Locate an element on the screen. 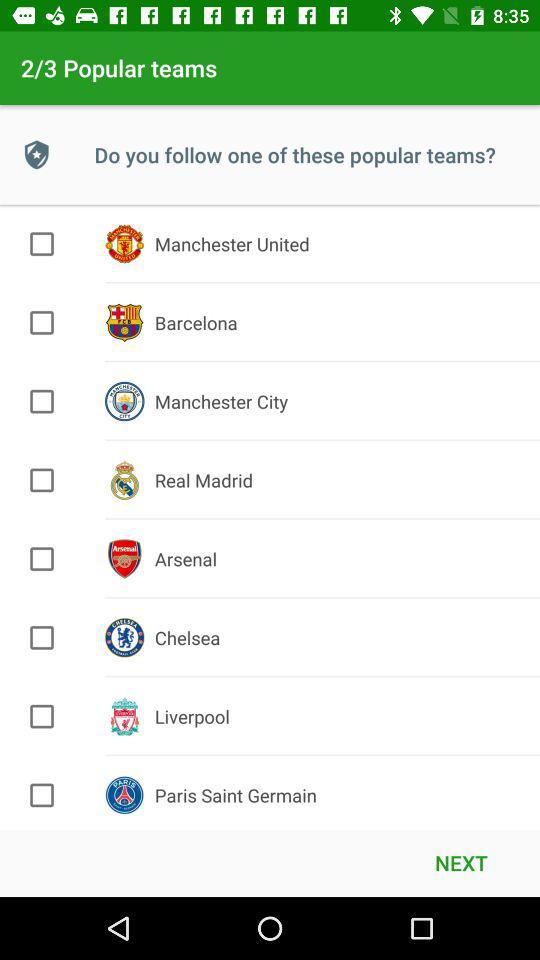 The height and width of the screenshot is (960, 540). the image right to third check box is located at coordinates (124, 400).